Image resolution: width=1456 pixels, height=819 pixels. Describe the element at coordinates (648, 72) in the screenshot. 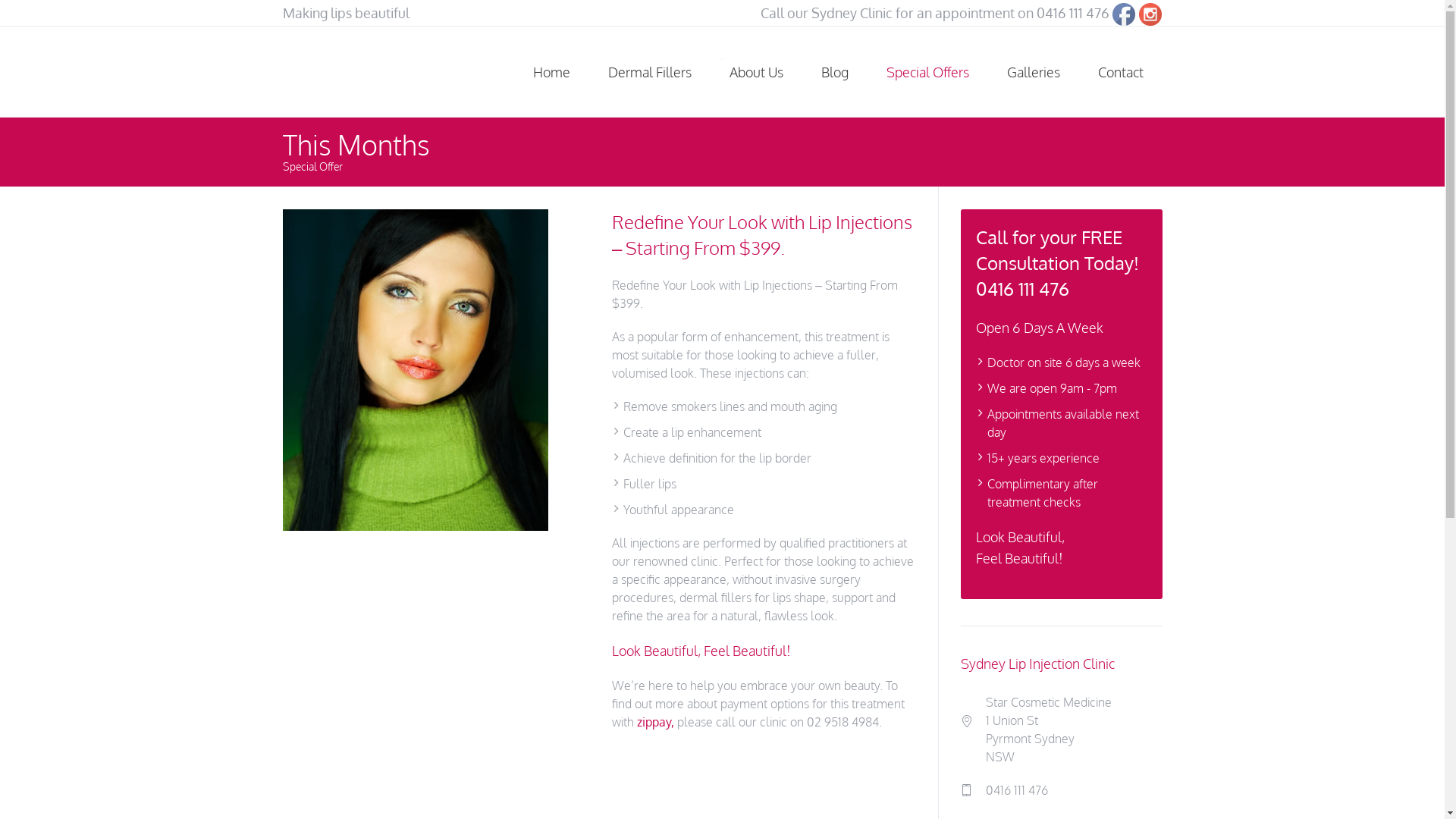

I see `'Dermal Fillers'` at that location.